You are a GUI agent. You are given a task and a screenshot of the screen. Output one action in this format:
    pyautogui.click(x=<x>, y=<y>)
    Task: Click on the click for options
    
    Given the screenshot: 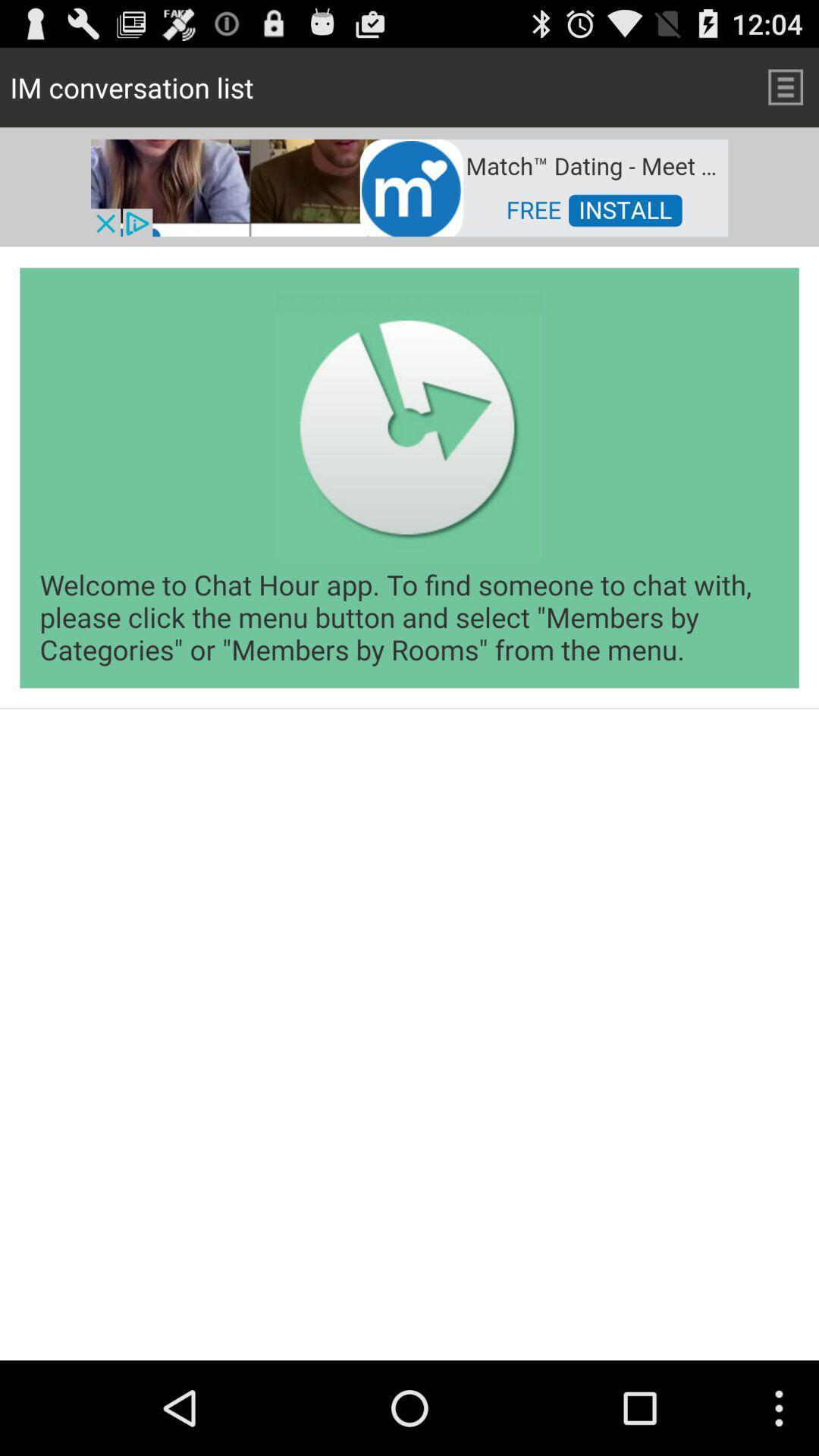 What is the action you would take?
    pyautogui.click(x=785, y=86)
    